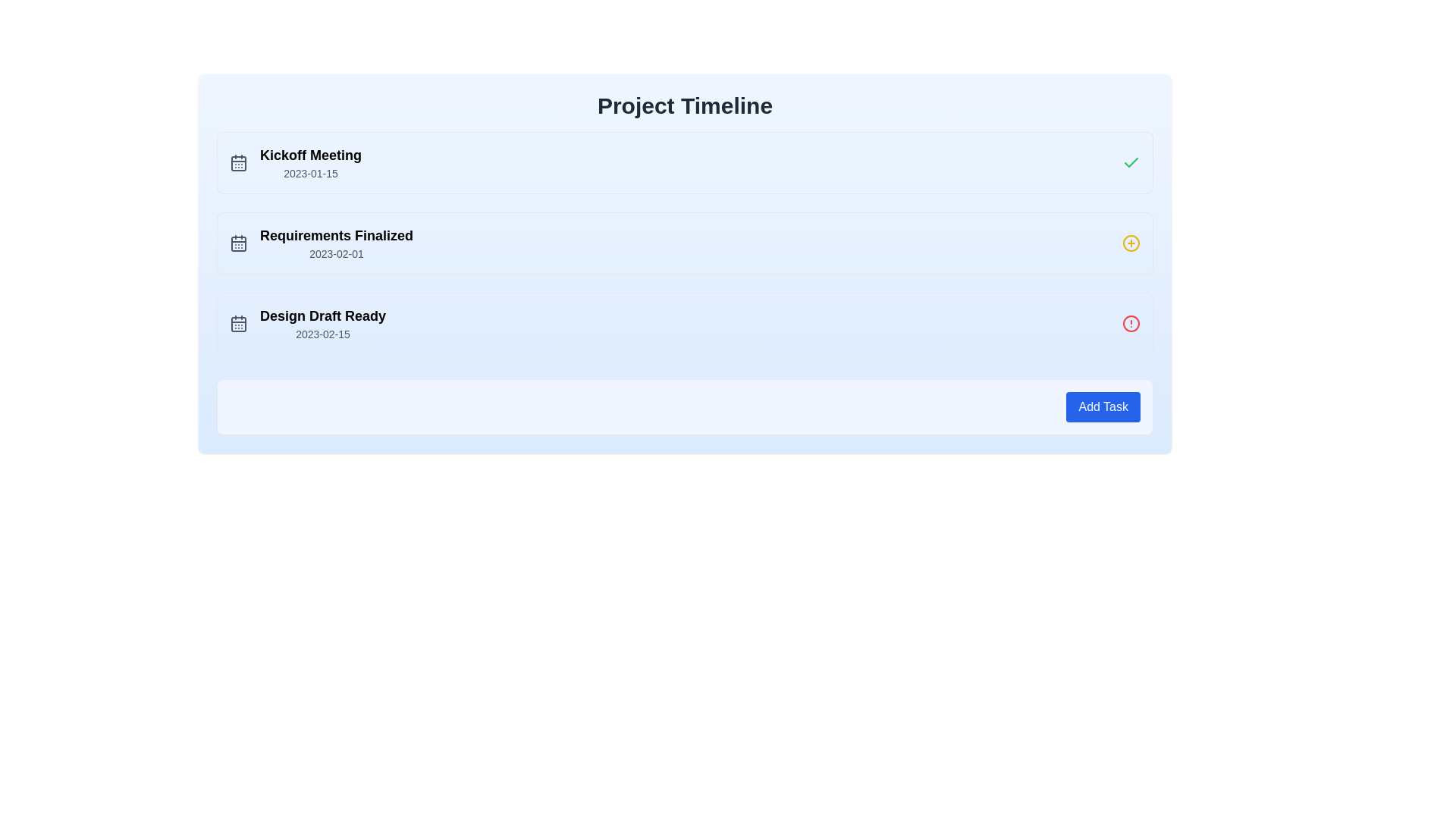 This screenshot has height=819, width=1456. Describe the element at coordinates (238, 242) in the screenshot. I see `the calendar icon located in the left section of the row labeled 'Requirements Finalized', positioned above the date '2023-02-01'` at that location.